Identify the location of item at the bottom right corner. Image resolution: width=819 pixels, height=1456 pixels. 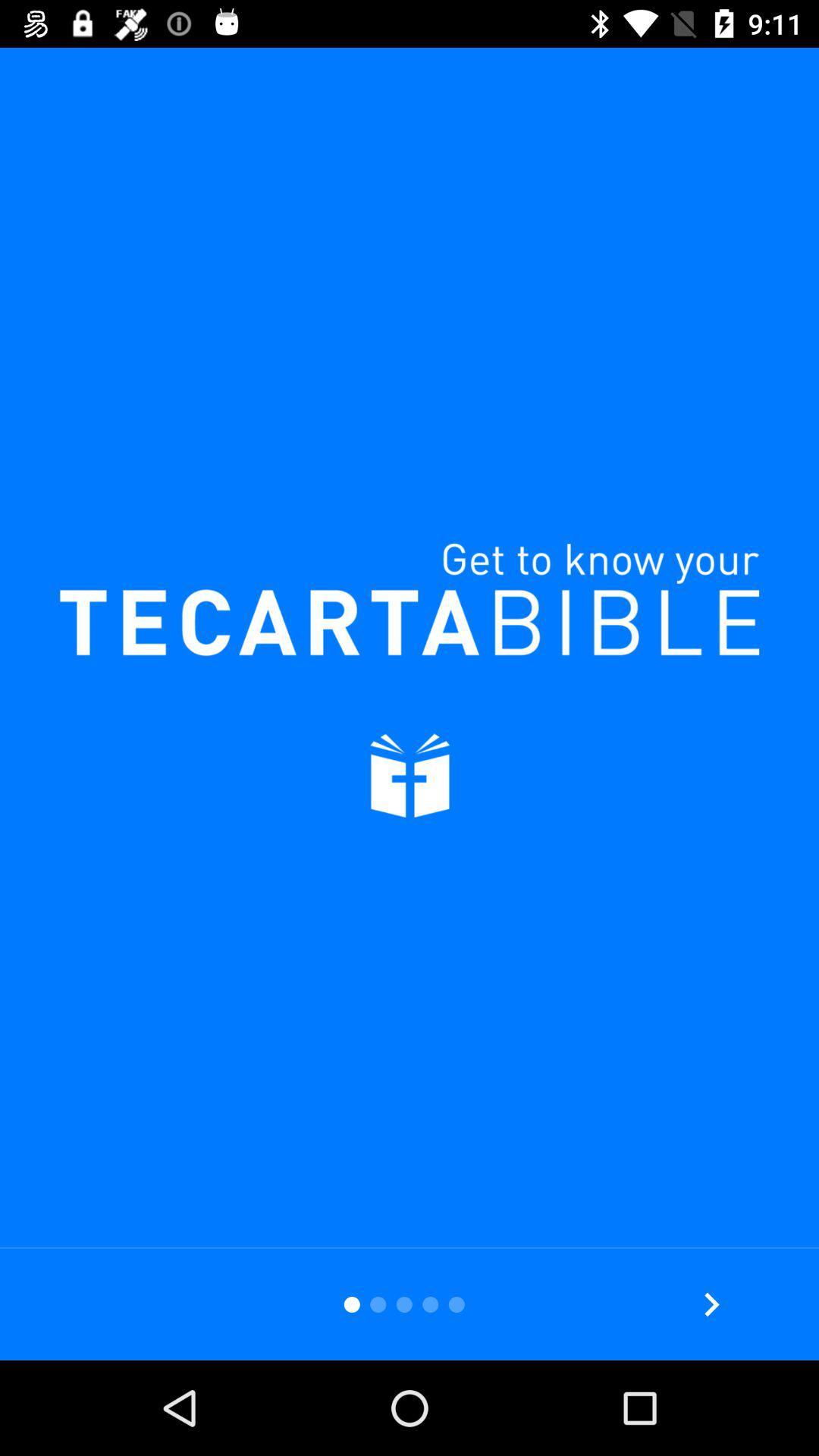
(711, 1304).